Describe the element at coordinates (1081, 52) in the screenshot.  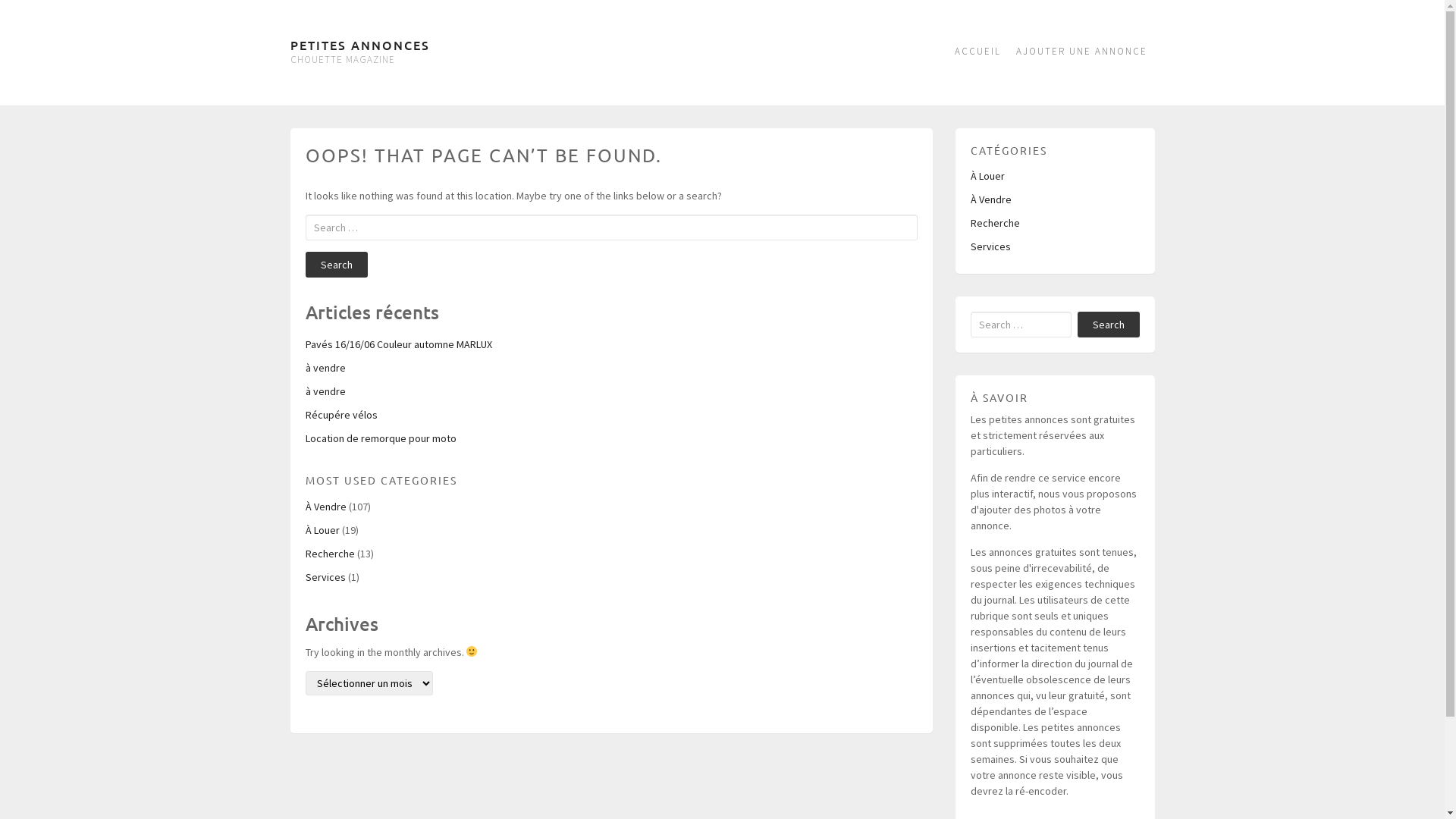
I see `'AJOUTER UNE ANNONCE'` at that location.